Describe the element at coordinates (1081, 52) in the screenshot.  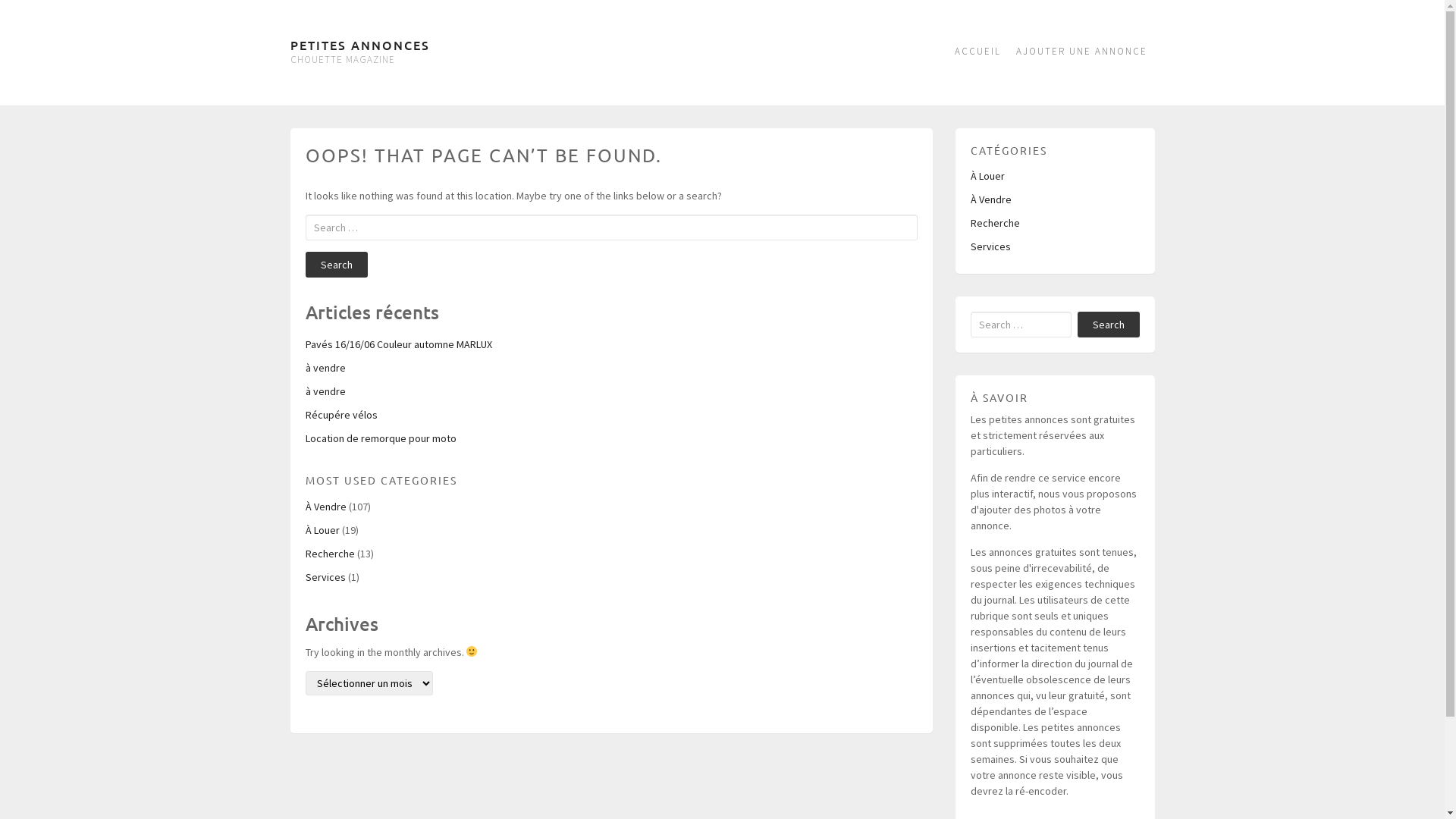
I see `'AJOUTER UNE ANNONCE'` at that location.